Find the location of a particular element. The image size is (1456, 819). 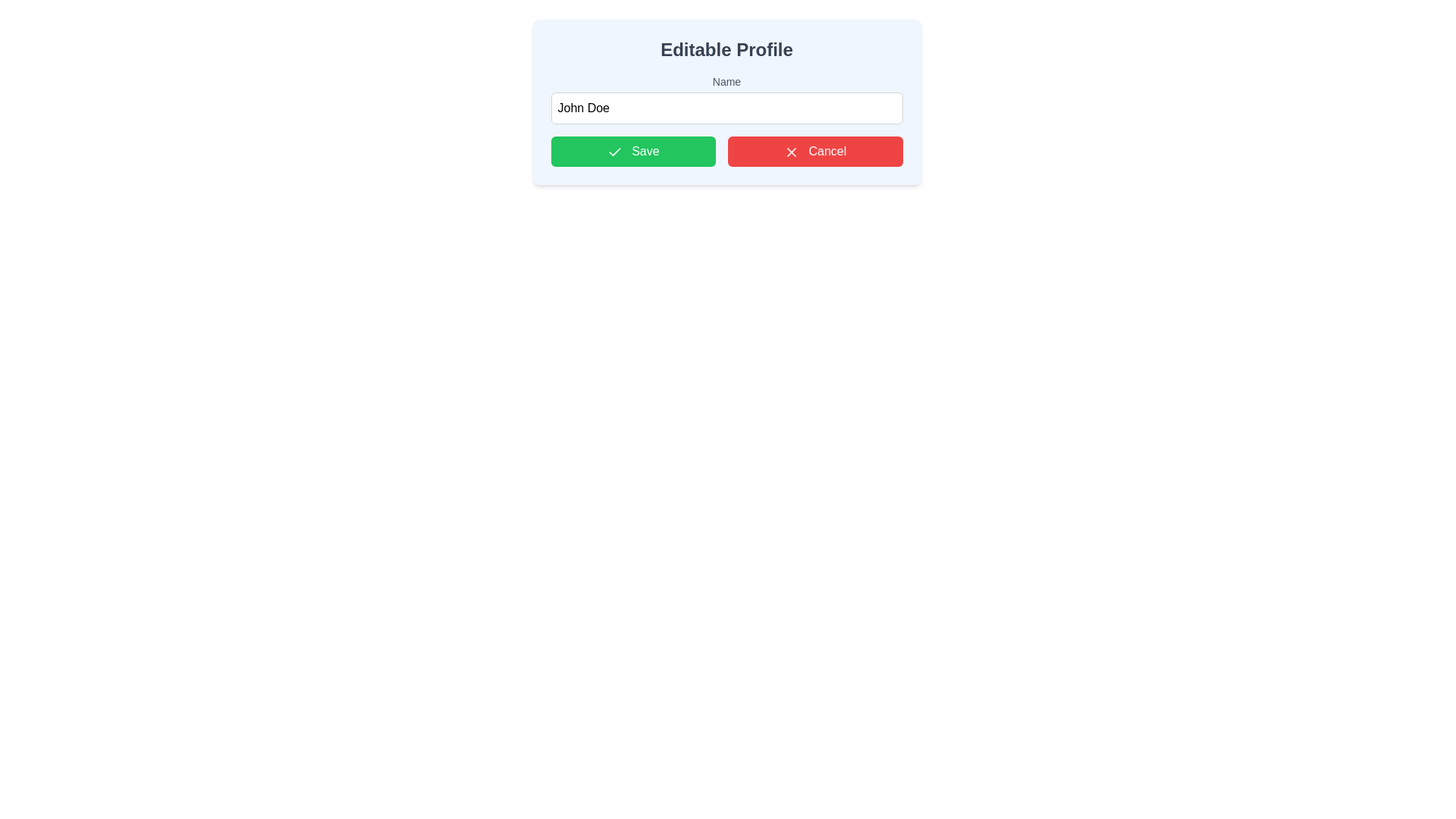

label displaying the word 'Name', which is positioned above the input field for better understanding of the input purpose is located at coordinates (726, 82).